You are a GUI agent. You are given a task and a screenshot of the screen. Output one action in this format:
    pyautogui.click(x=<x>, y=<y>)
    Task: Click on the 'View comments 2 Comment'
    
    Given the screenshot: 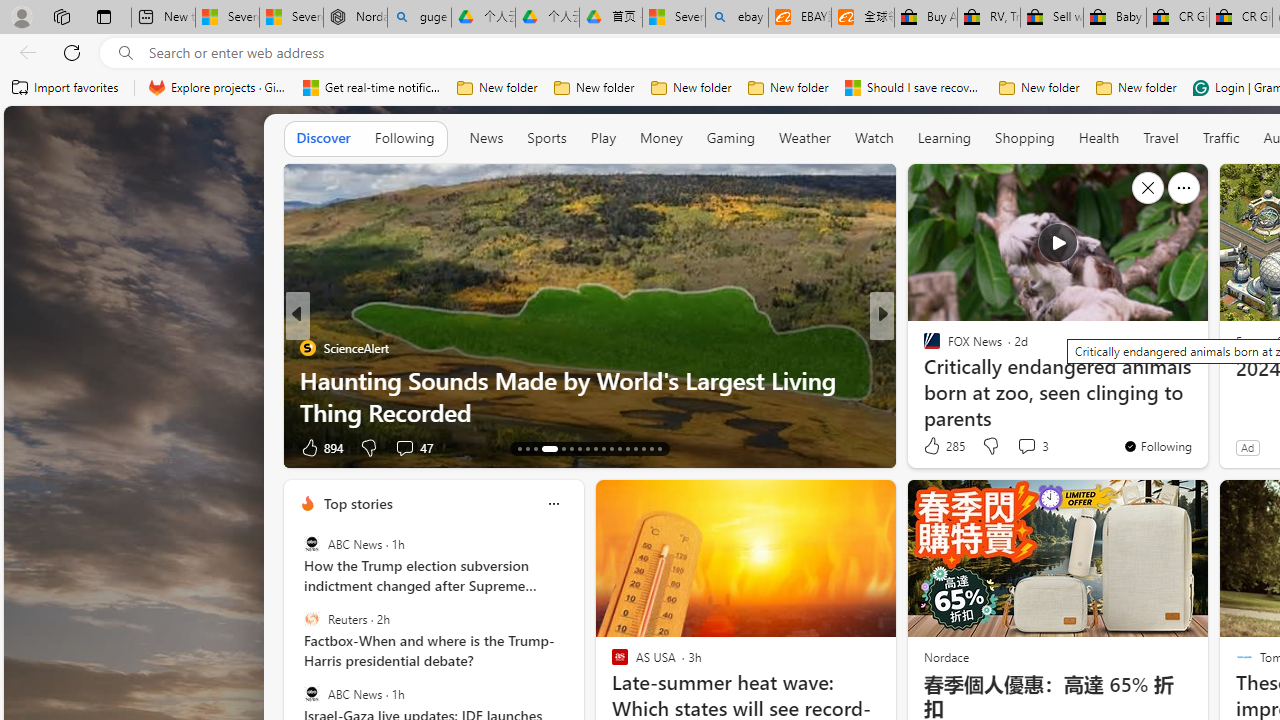 What is the action you would take?
    pyautogui.click(x=1020, y=446)
    